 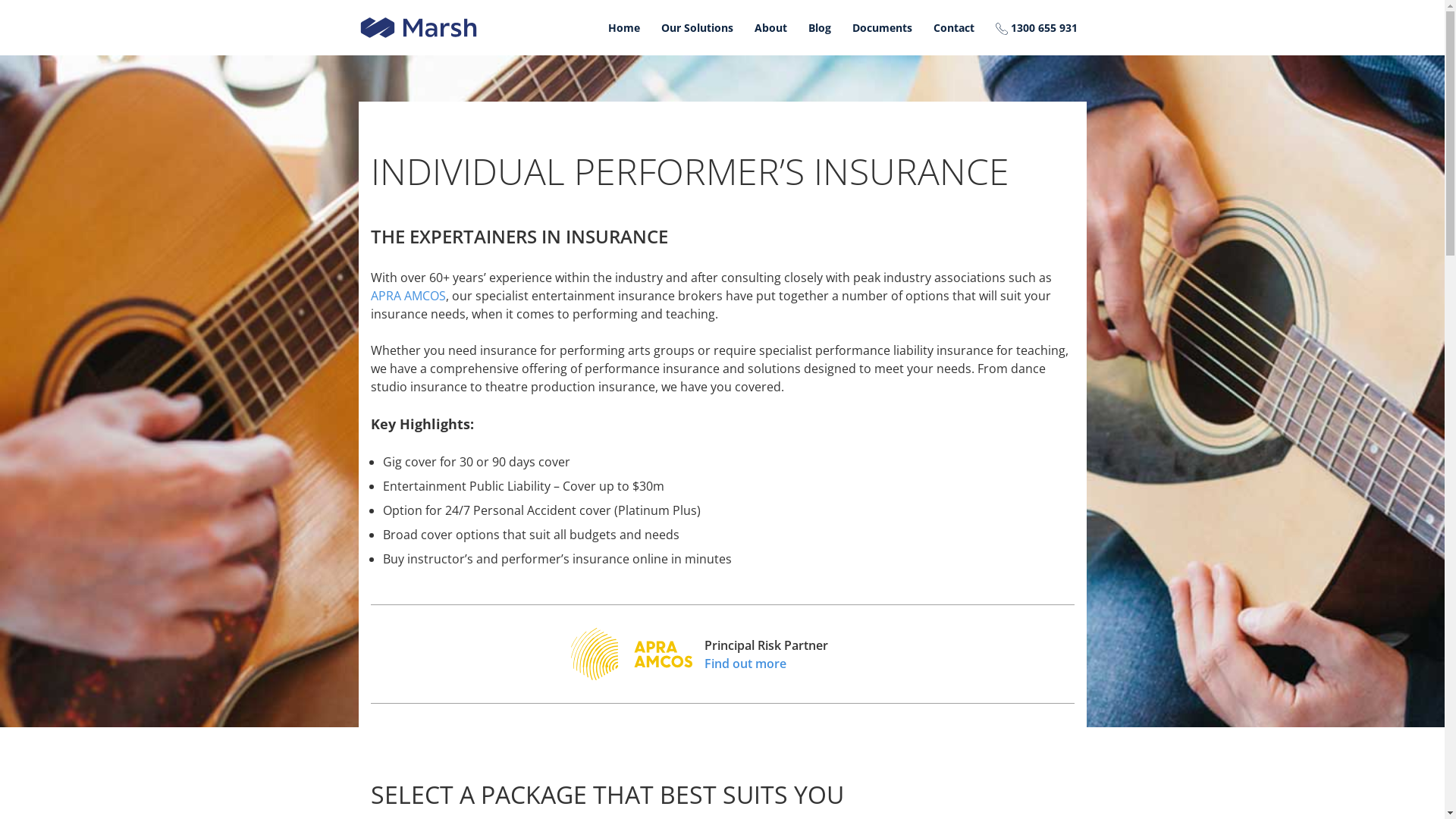 I want to click on 'APRA AMCOS', so click(x=407, y=295).